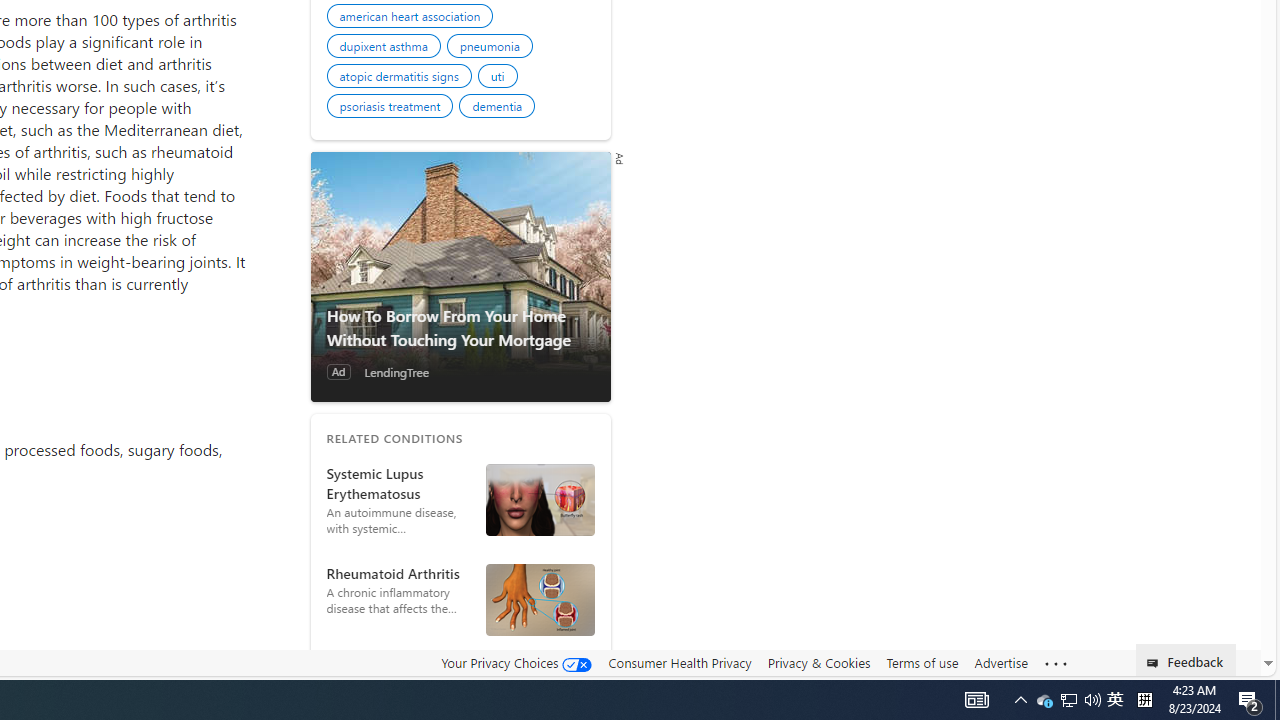 This screenshot has width=1280, height=720. Describe the element at coordinates (540, 598) in the screenshot. I see `'Diagrammatic Representation of - Rheumatoid Arthritis'` at that location.